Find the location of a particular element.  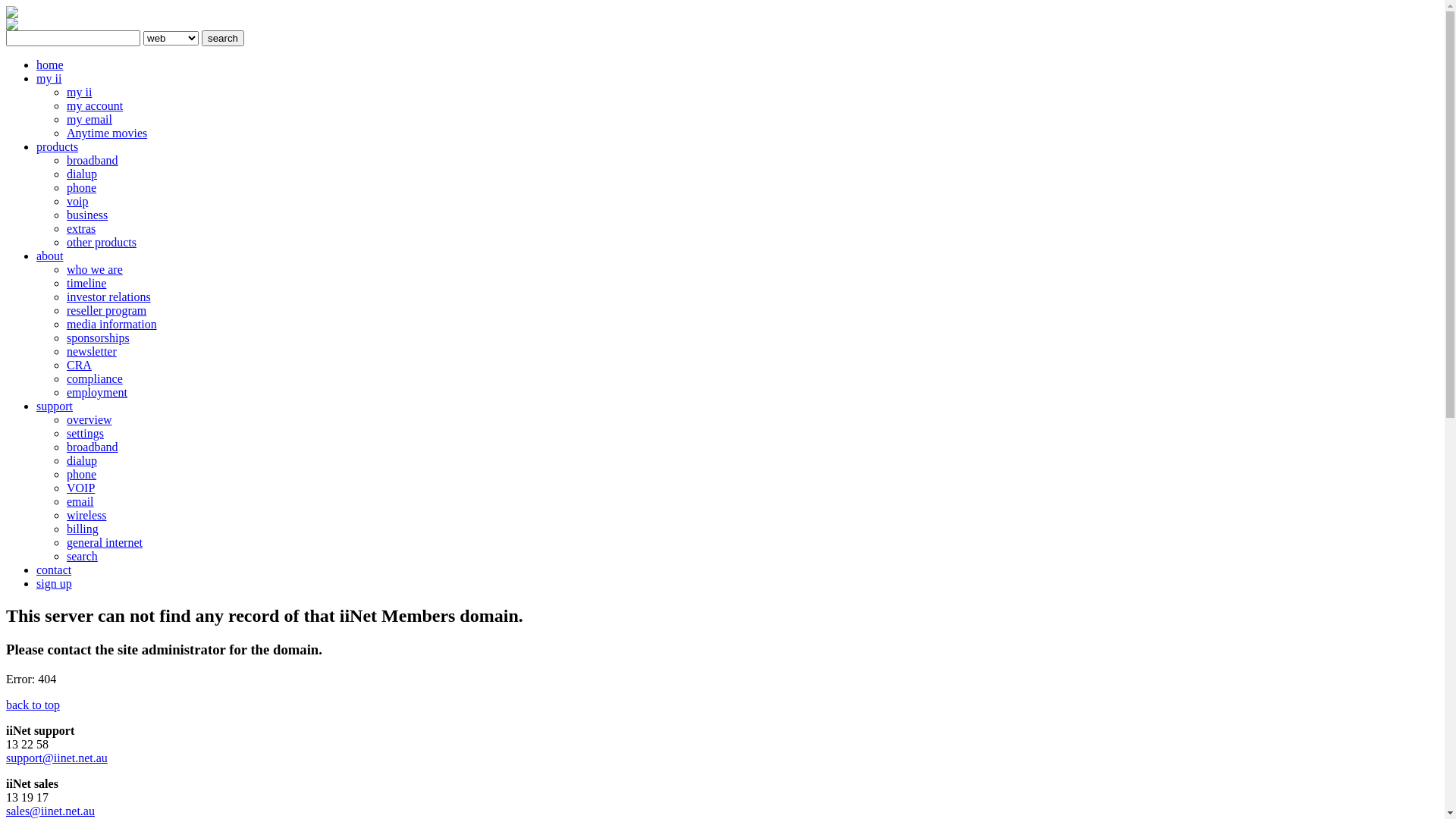

'newsletter' is located at coordinates (90, 351).